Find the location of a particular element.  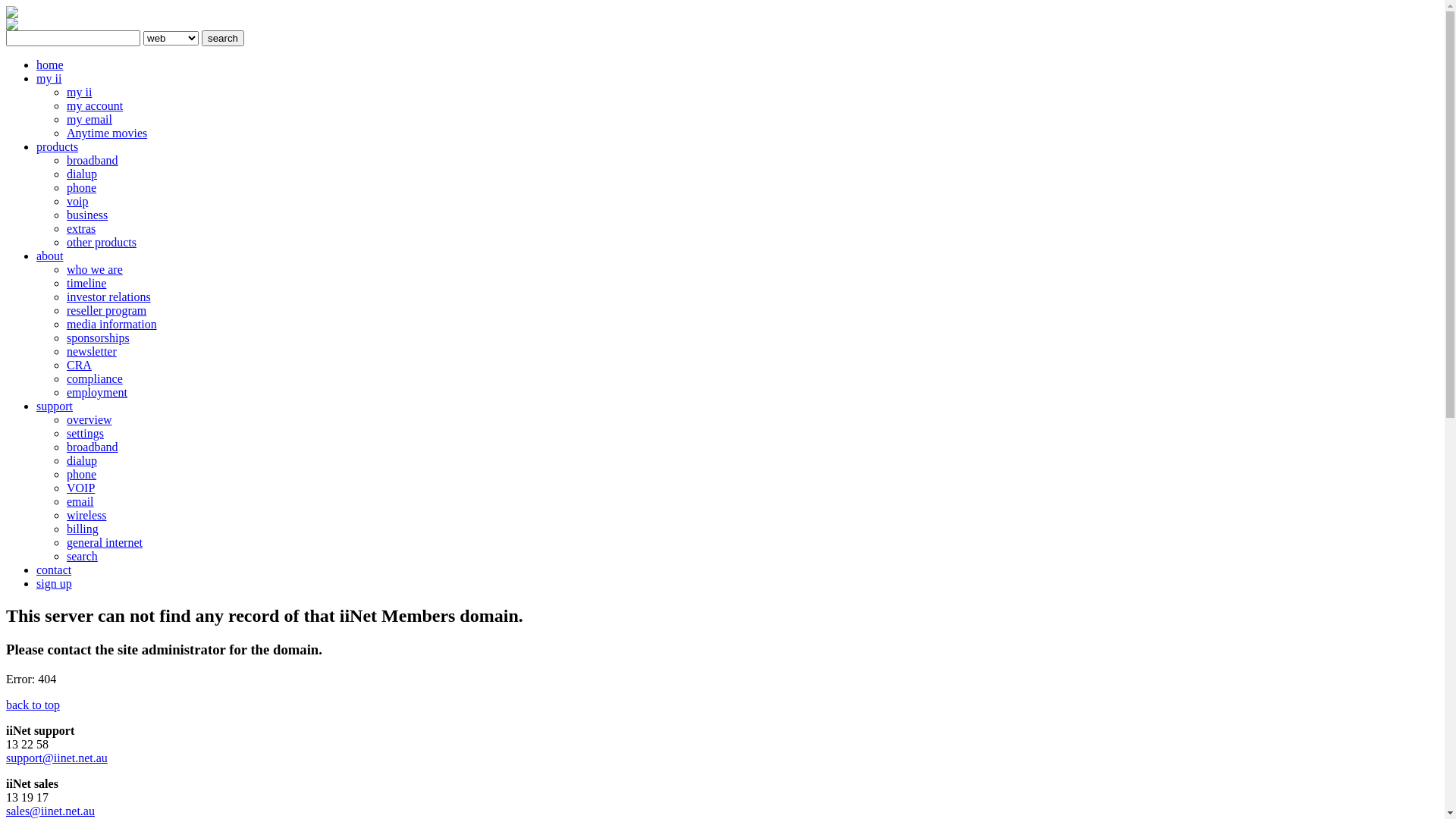

'newsletter' is located at coordinates (90, 351).